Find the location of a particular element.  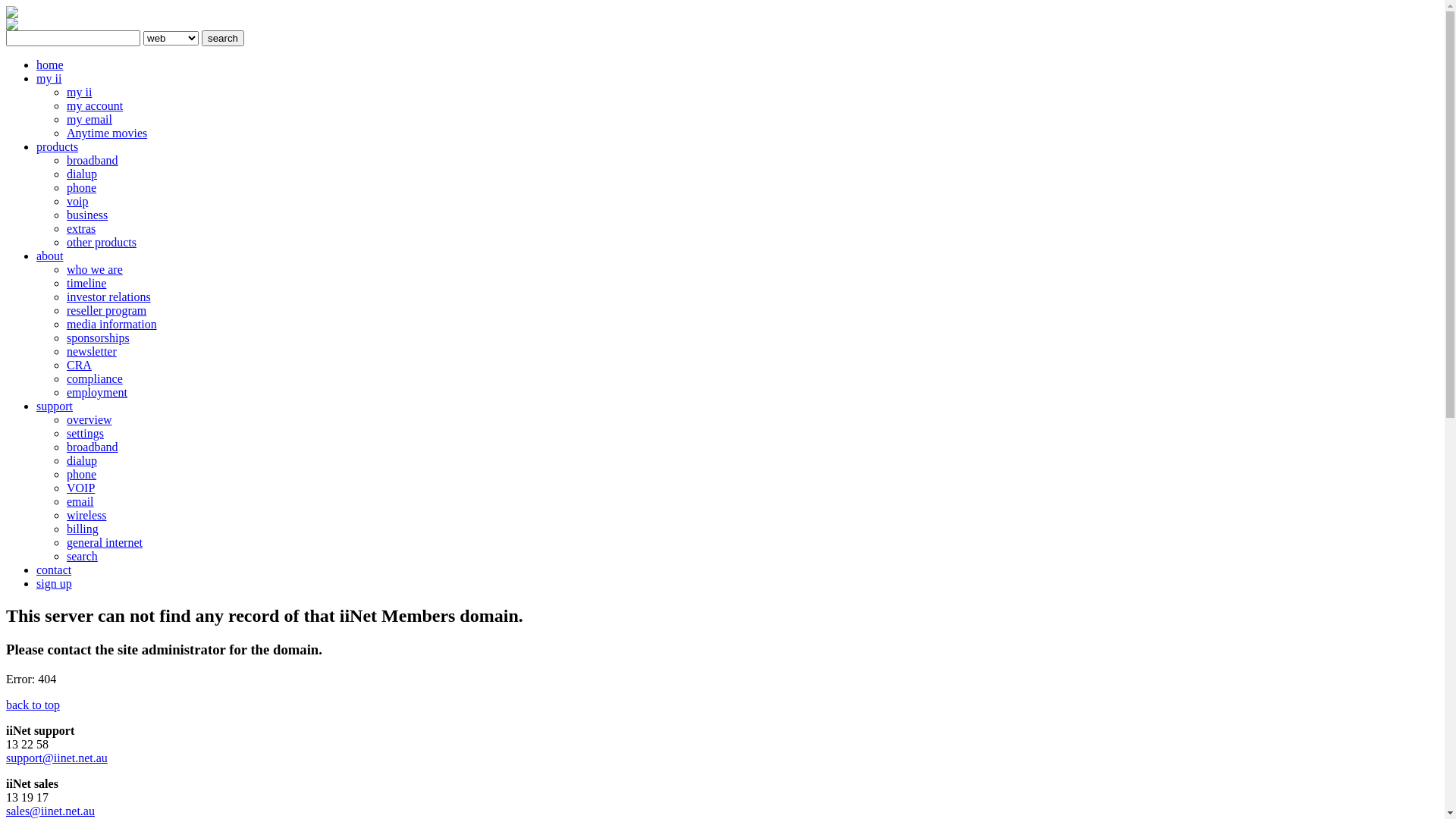

'newsletter' is located at coordinates (90, 351).